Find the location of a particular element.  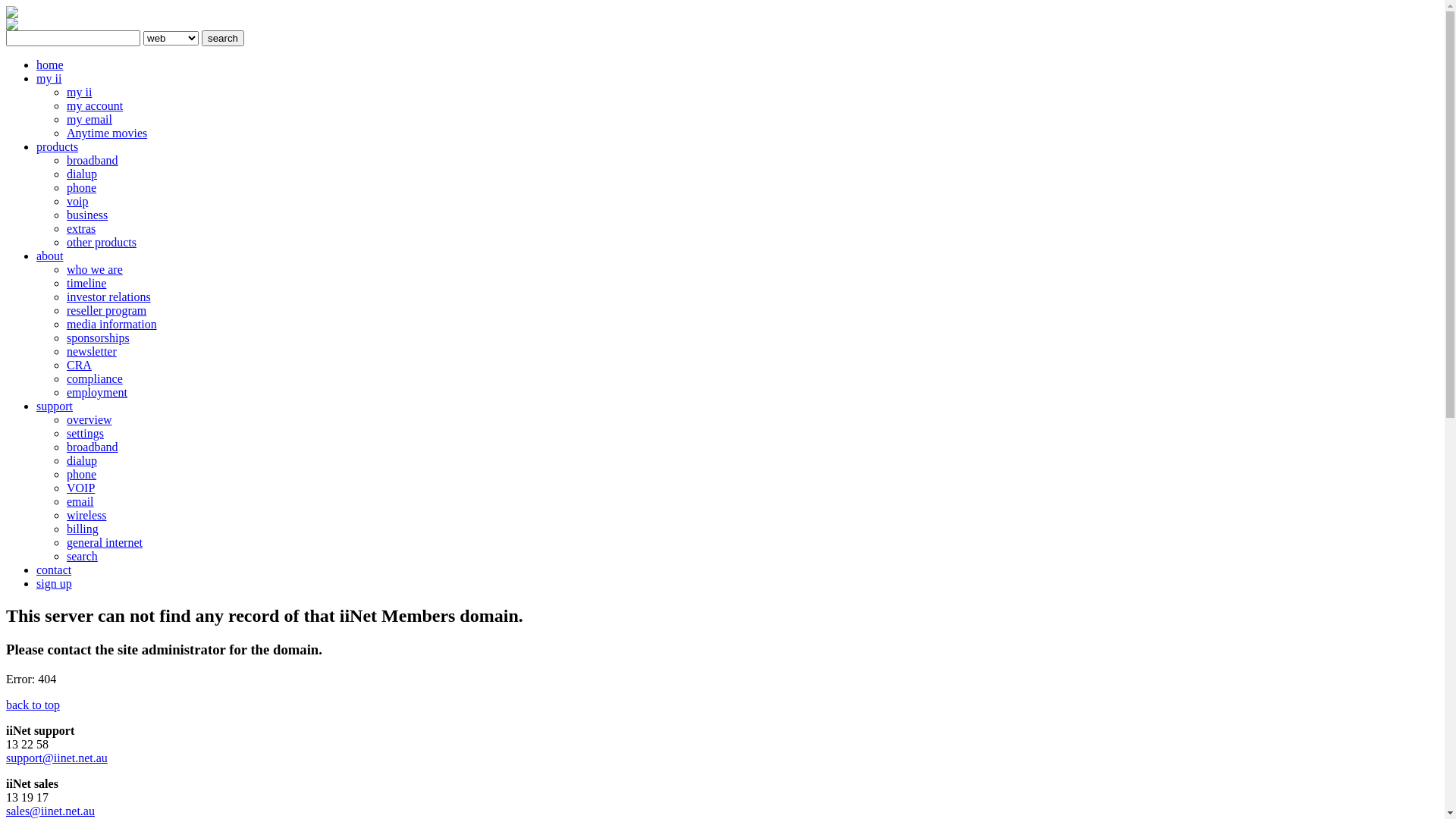

'newsletter' is located at coordinates (90, 351).